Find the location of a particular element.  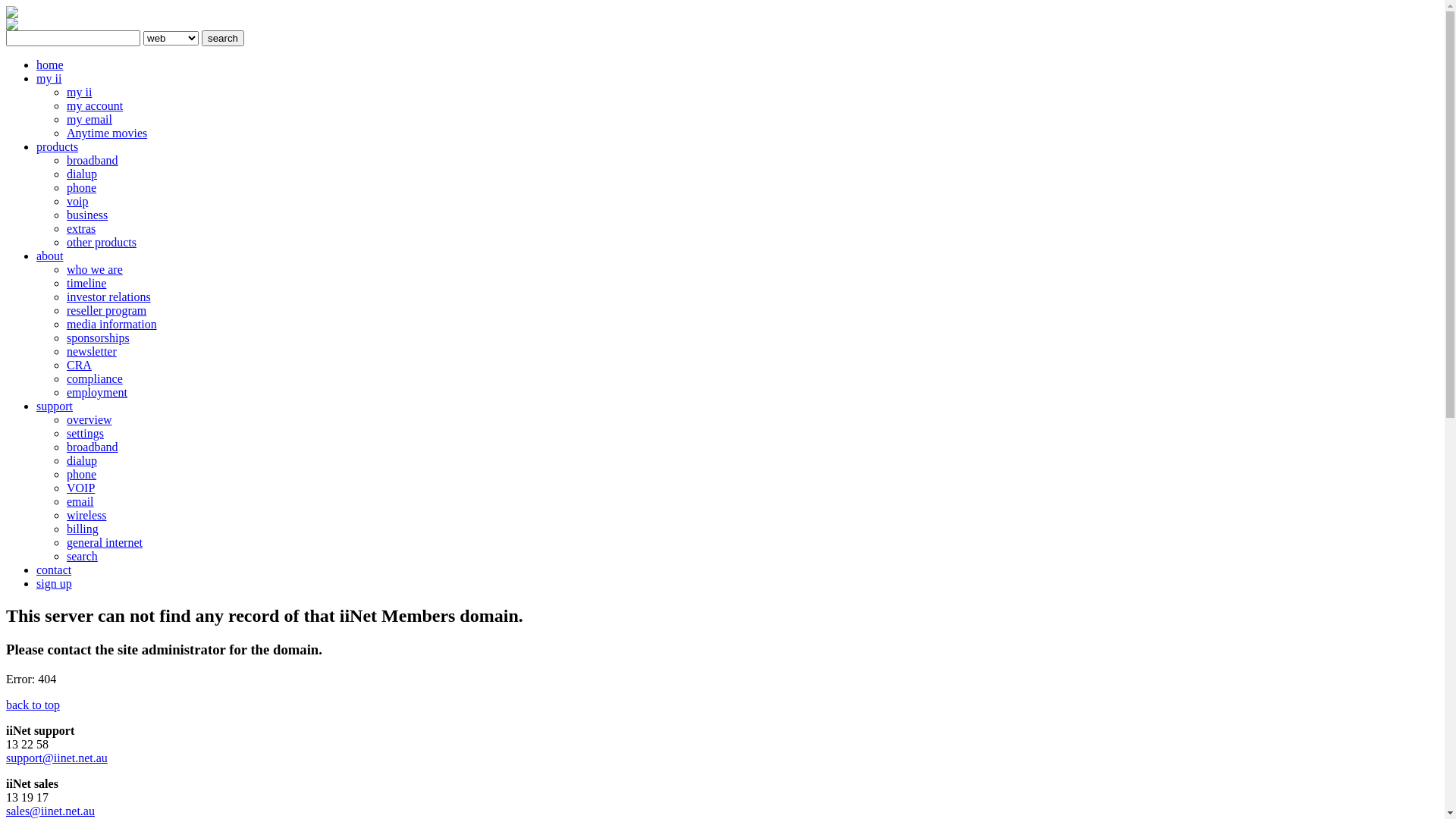

'newsletter' is located at coordinates (90, 351).